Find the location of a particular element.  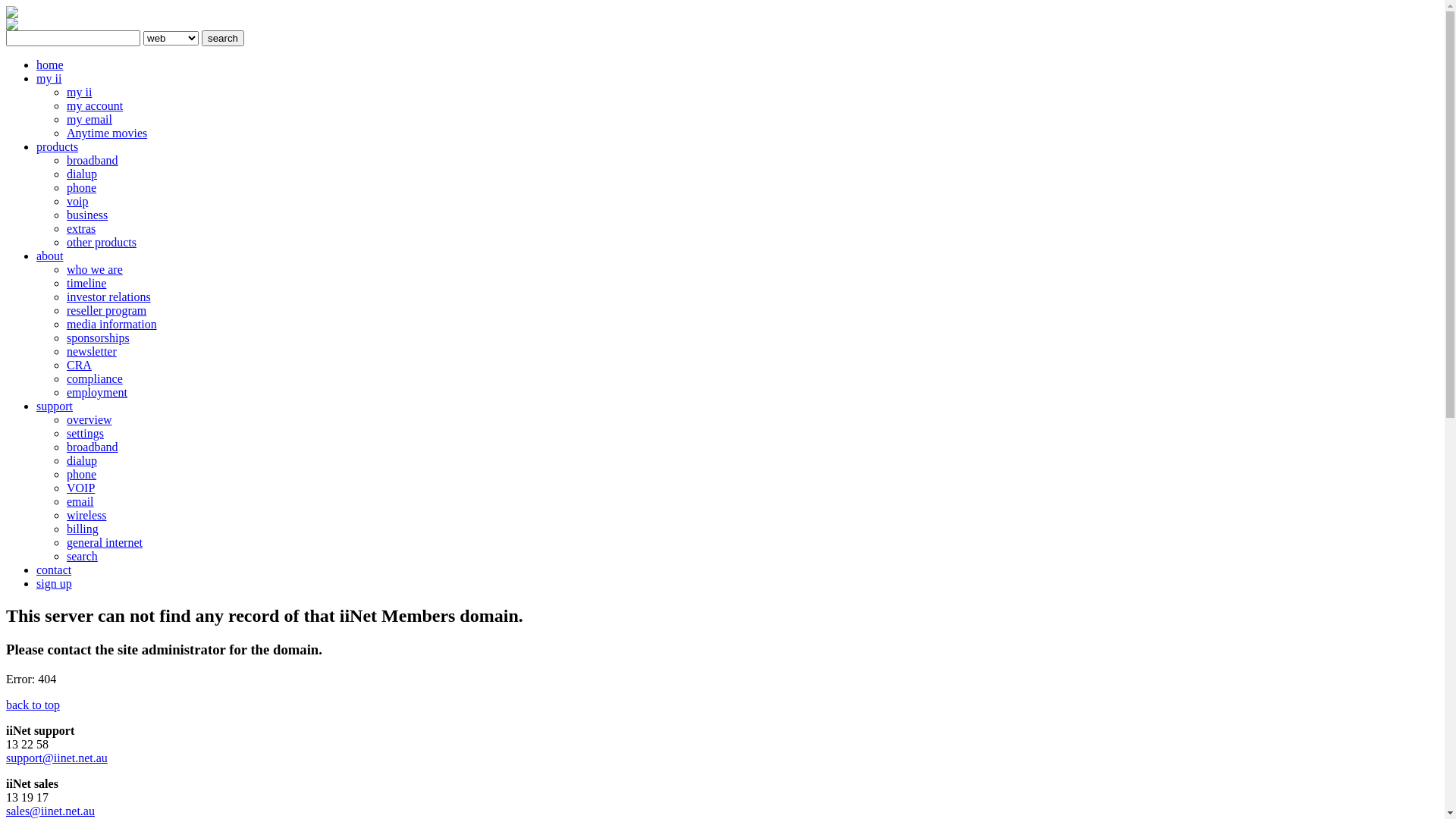

'newsletter' is located at coordinates (90, 351).